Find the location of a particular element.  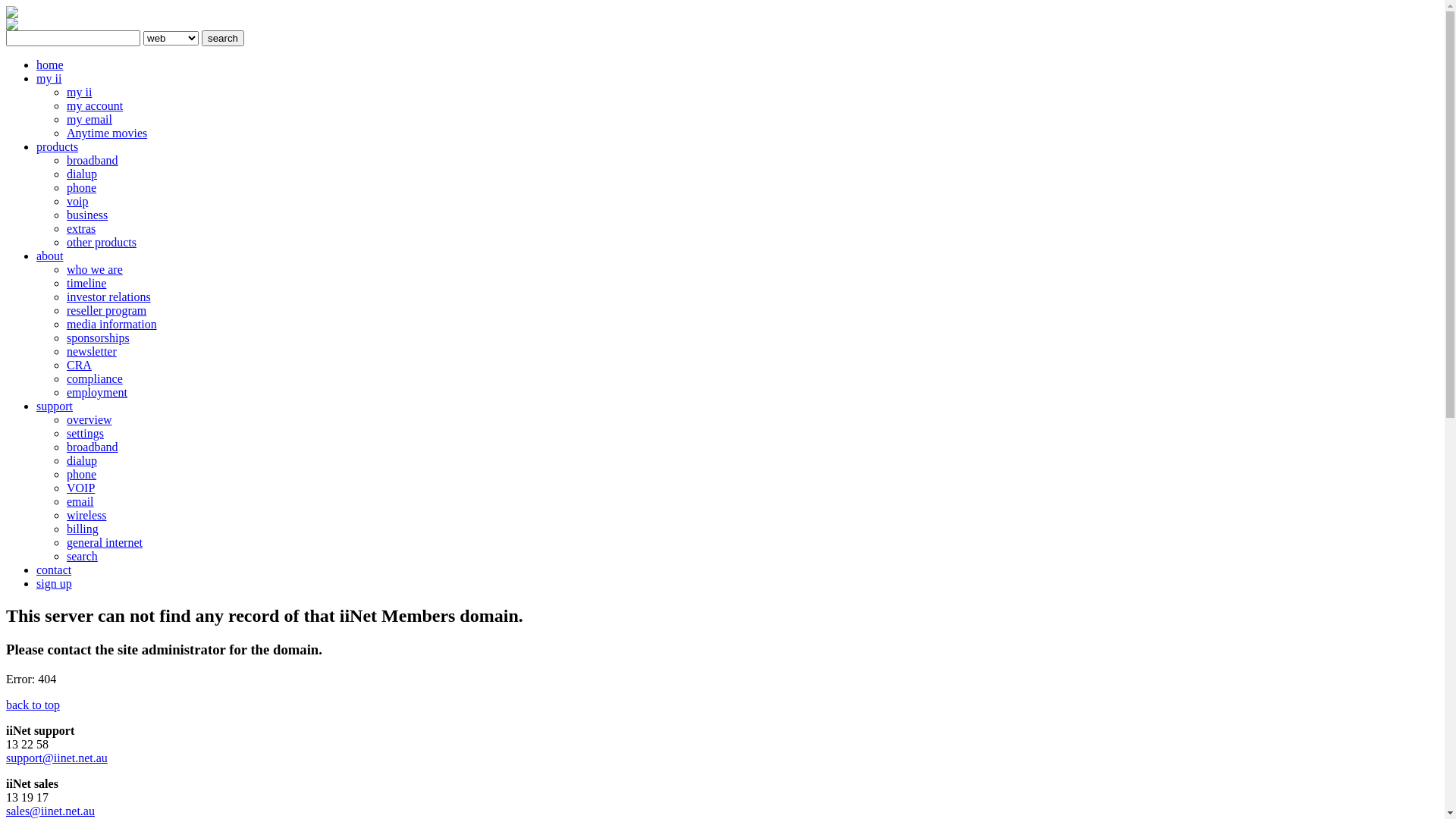

'newsletter' is located at coordinates (90, 351).